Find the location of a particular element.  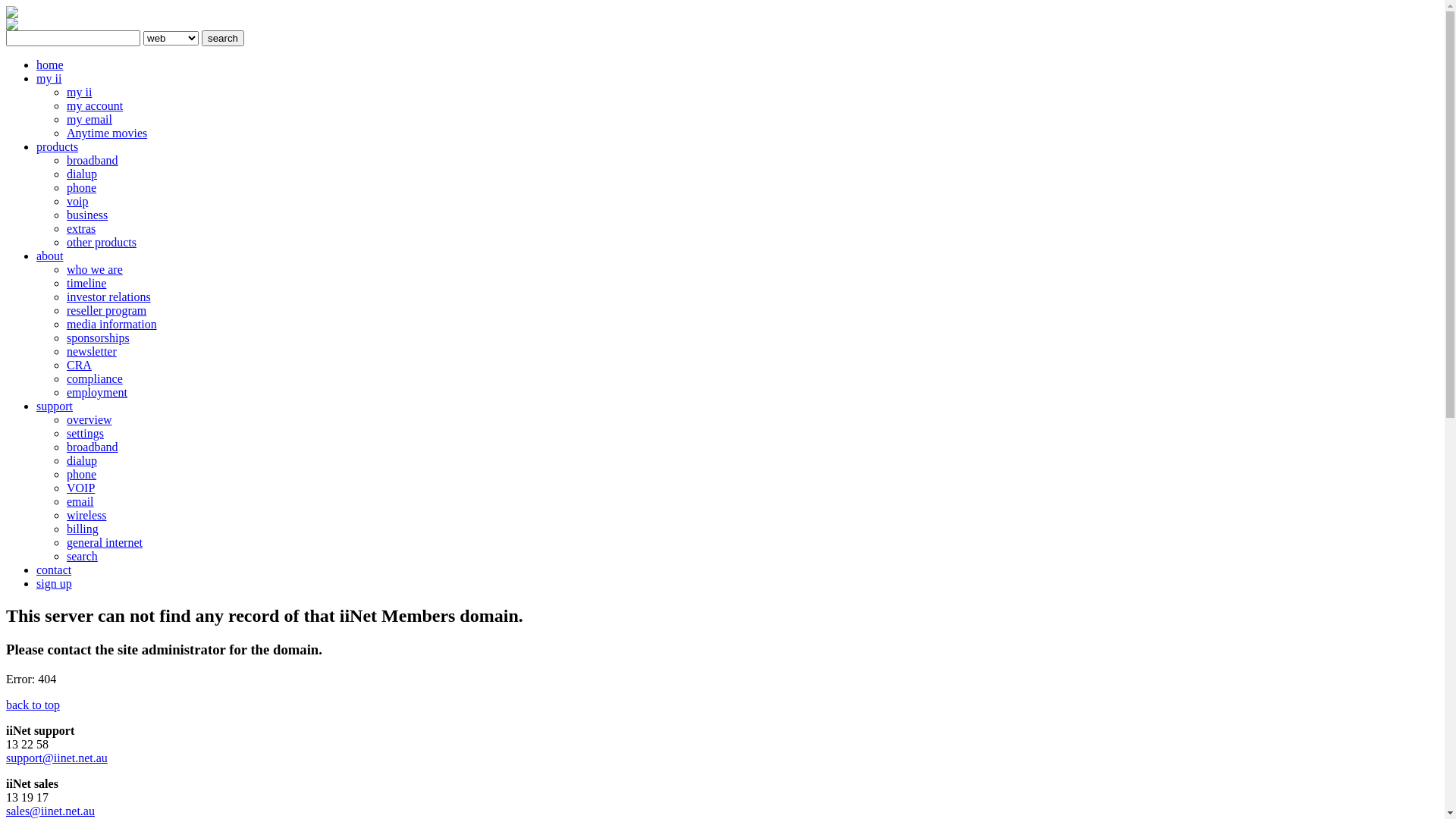

'newsletter' is located at coordinates (90, 351).